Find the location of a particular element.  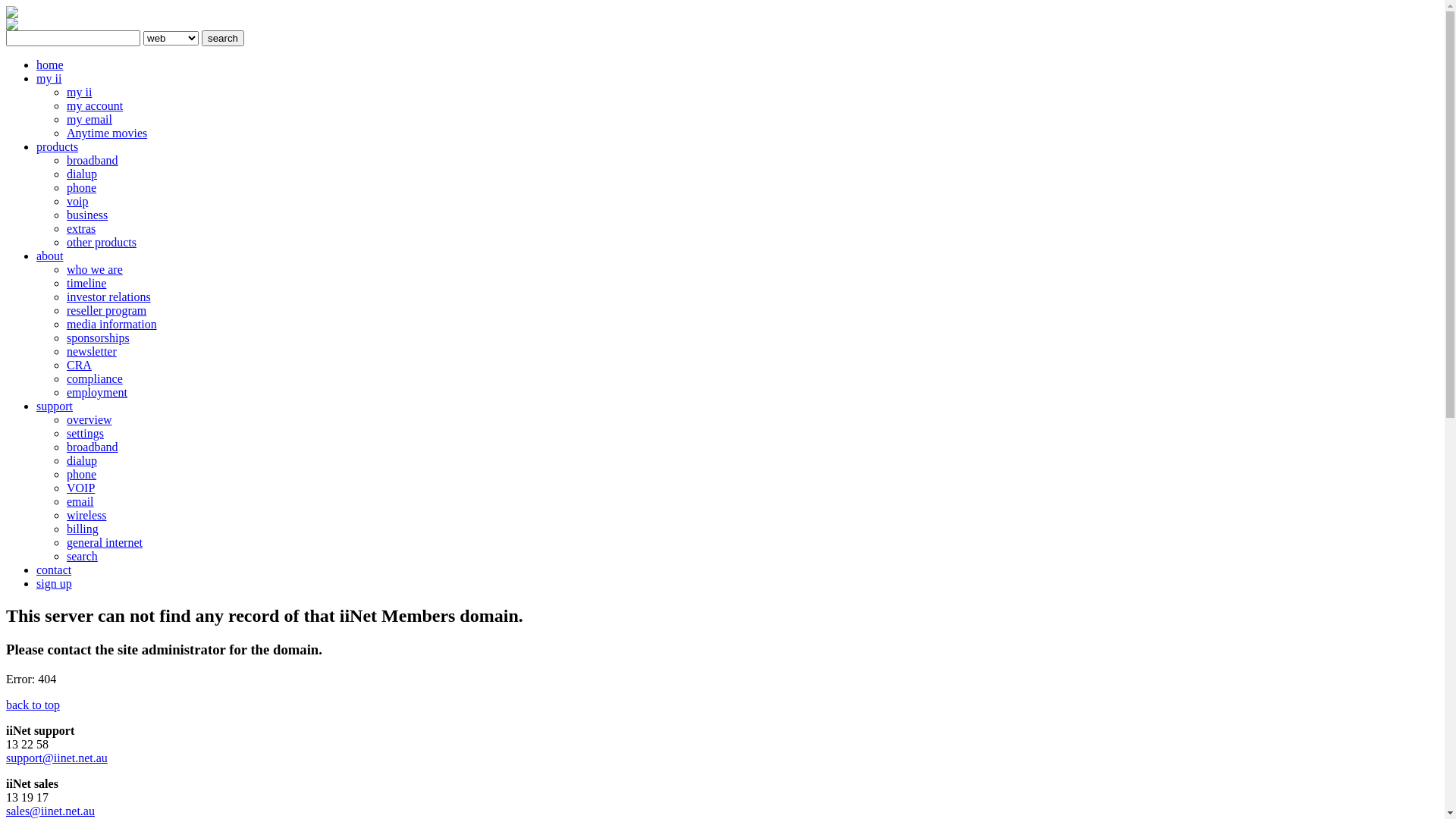

'newsletter' is located at coordinates (90, 351).